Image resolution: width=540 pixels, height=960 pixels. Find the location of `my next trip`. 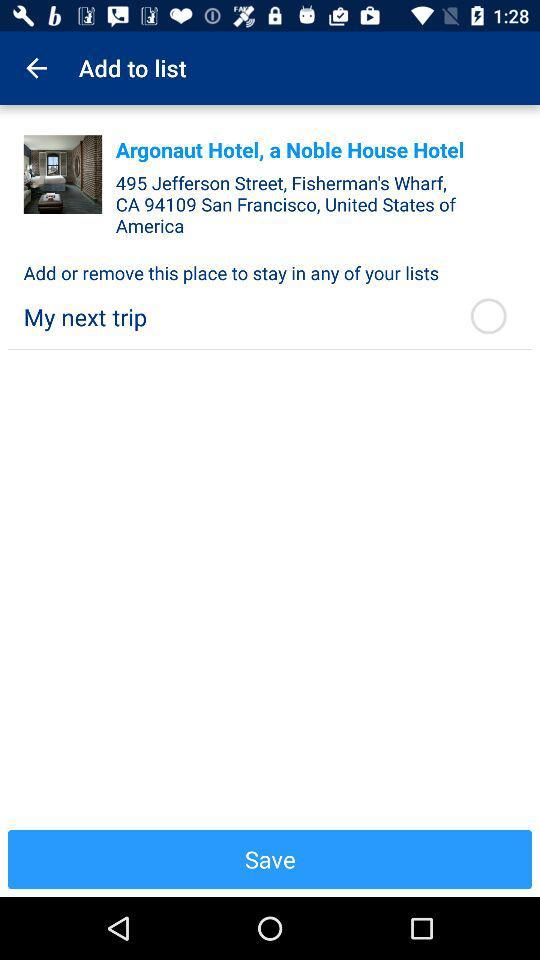

my next trip is located at coordinates (233, 317).